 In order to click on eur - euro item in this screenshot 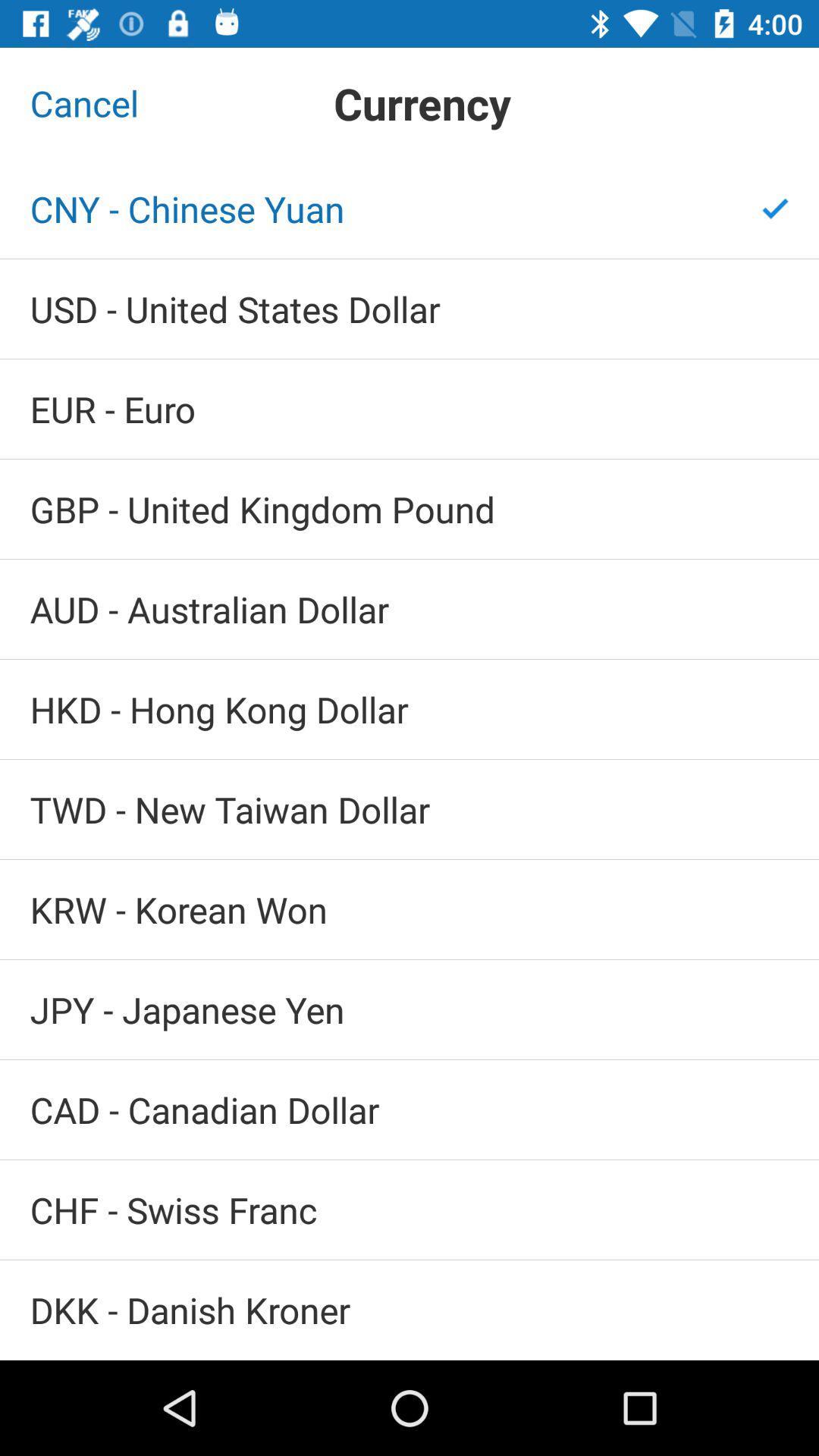, I will do `click(409, 409)`.